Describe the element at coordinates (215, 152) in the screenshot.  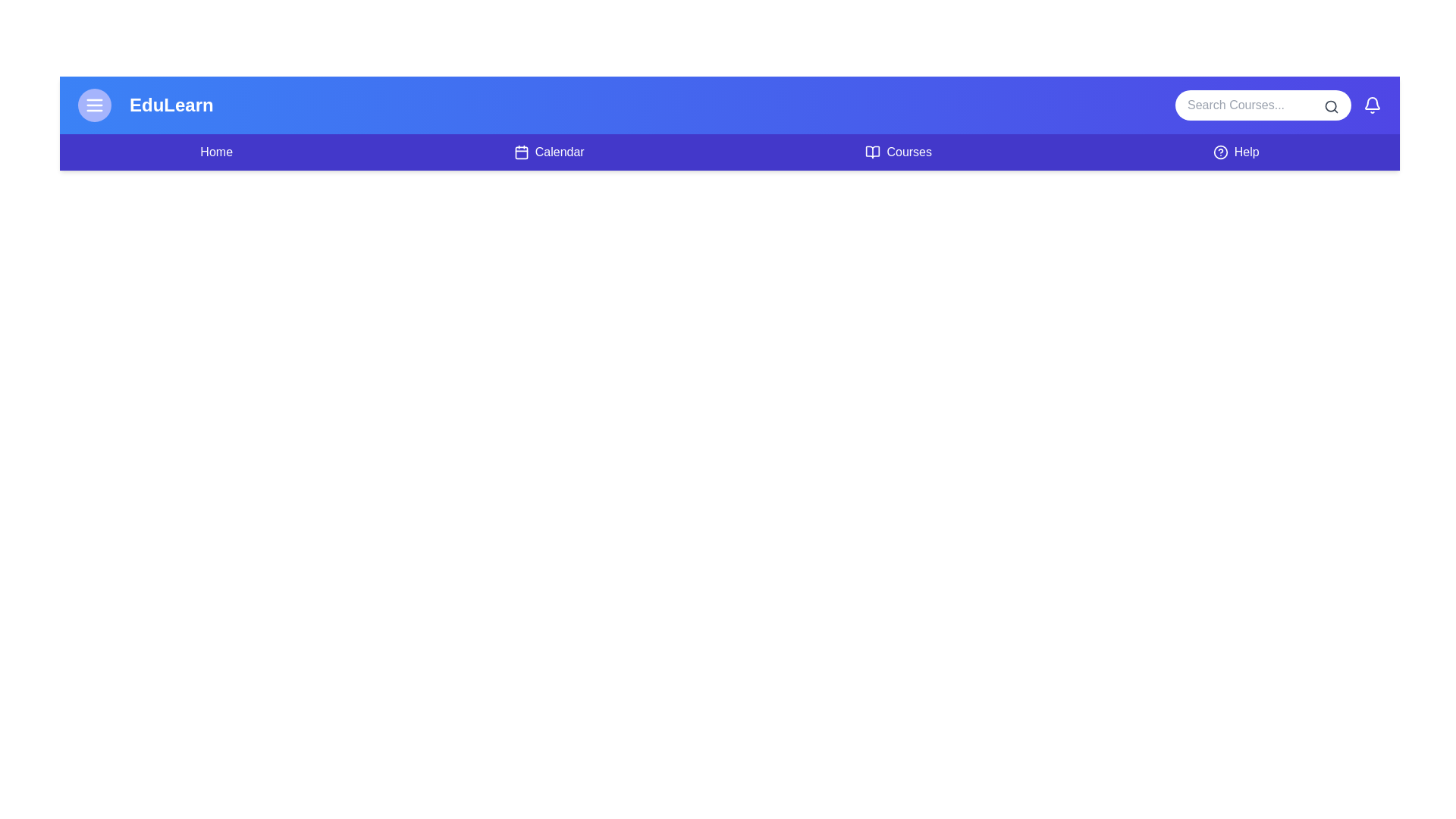
I see `the navigation link for Home to navigate to the corresponding section` at that location.